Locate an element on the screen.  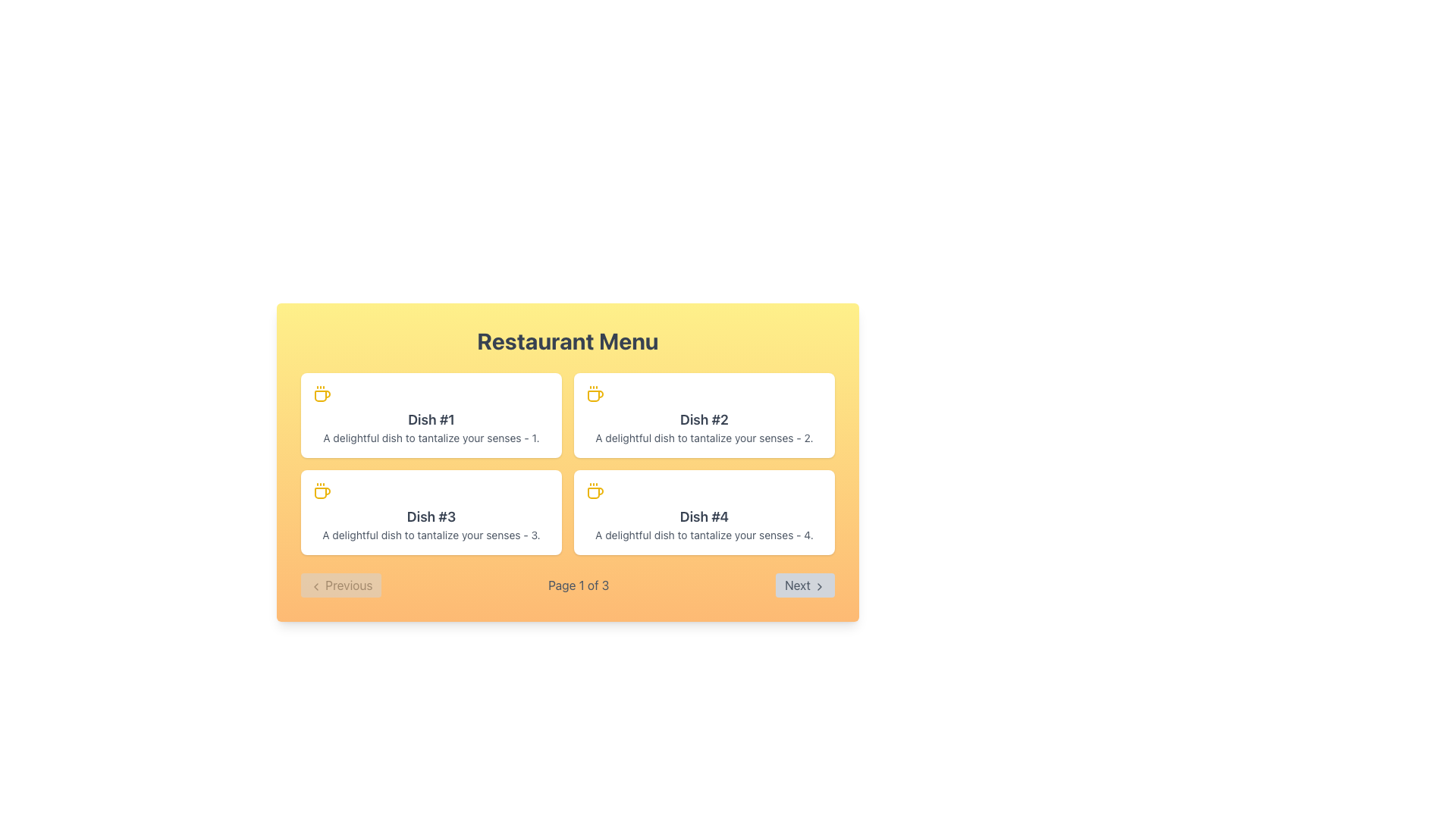
the decorative icon representing a coffee-related theme located at the top-left corner of the 'Dish #1' card in the grid layout is located at coordinates (322, 394).